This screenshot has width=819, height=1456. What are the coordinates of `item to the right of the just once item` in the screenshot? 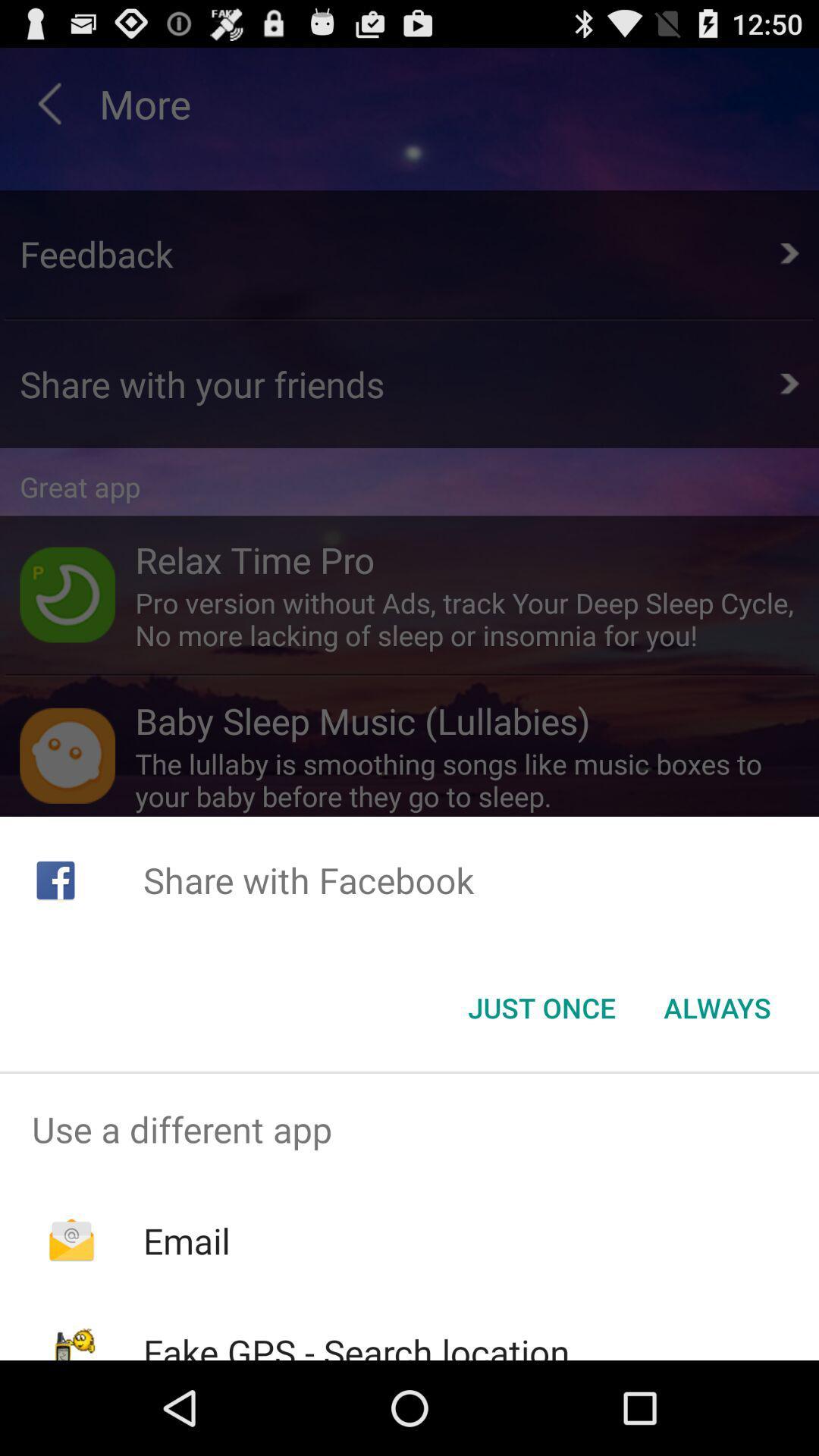 It's located at (717, 1008).